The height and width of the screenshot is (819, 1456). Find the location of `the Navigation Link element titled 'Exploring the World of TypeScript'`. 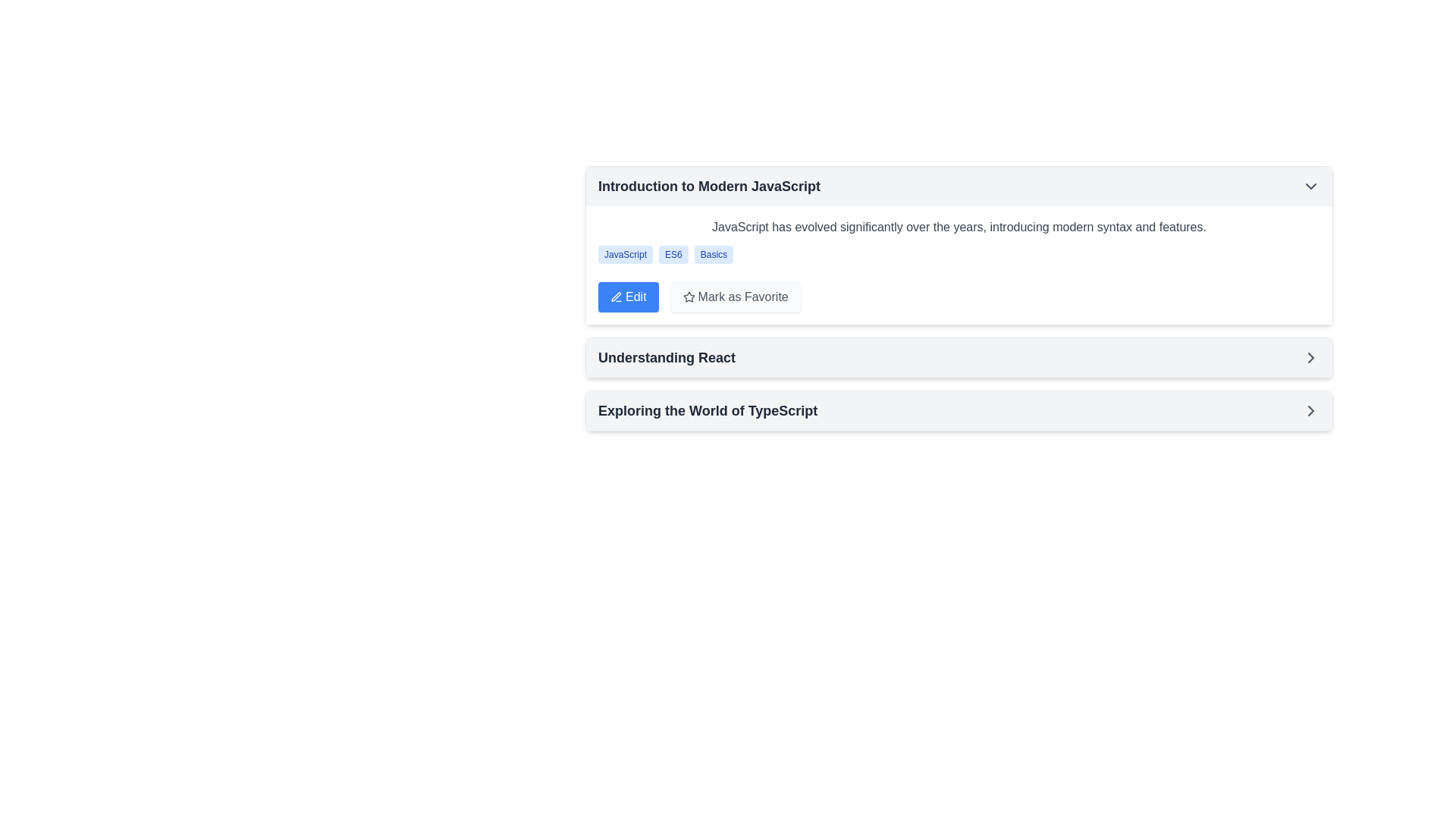

the Navigation Link element titled 'Exploring the World of TypeScript' is located at coordinates (959, 411).